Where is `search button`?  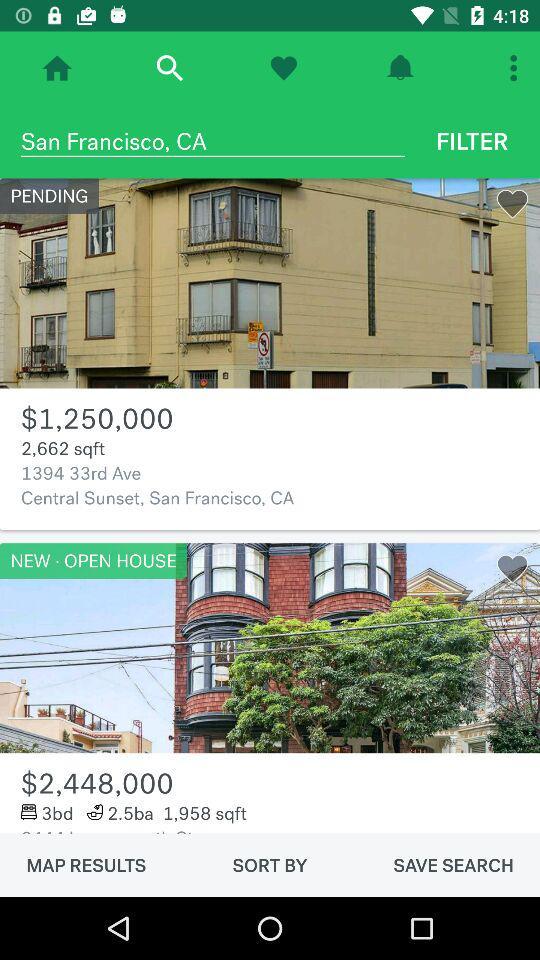 search button is located at coordinates (168, 68).